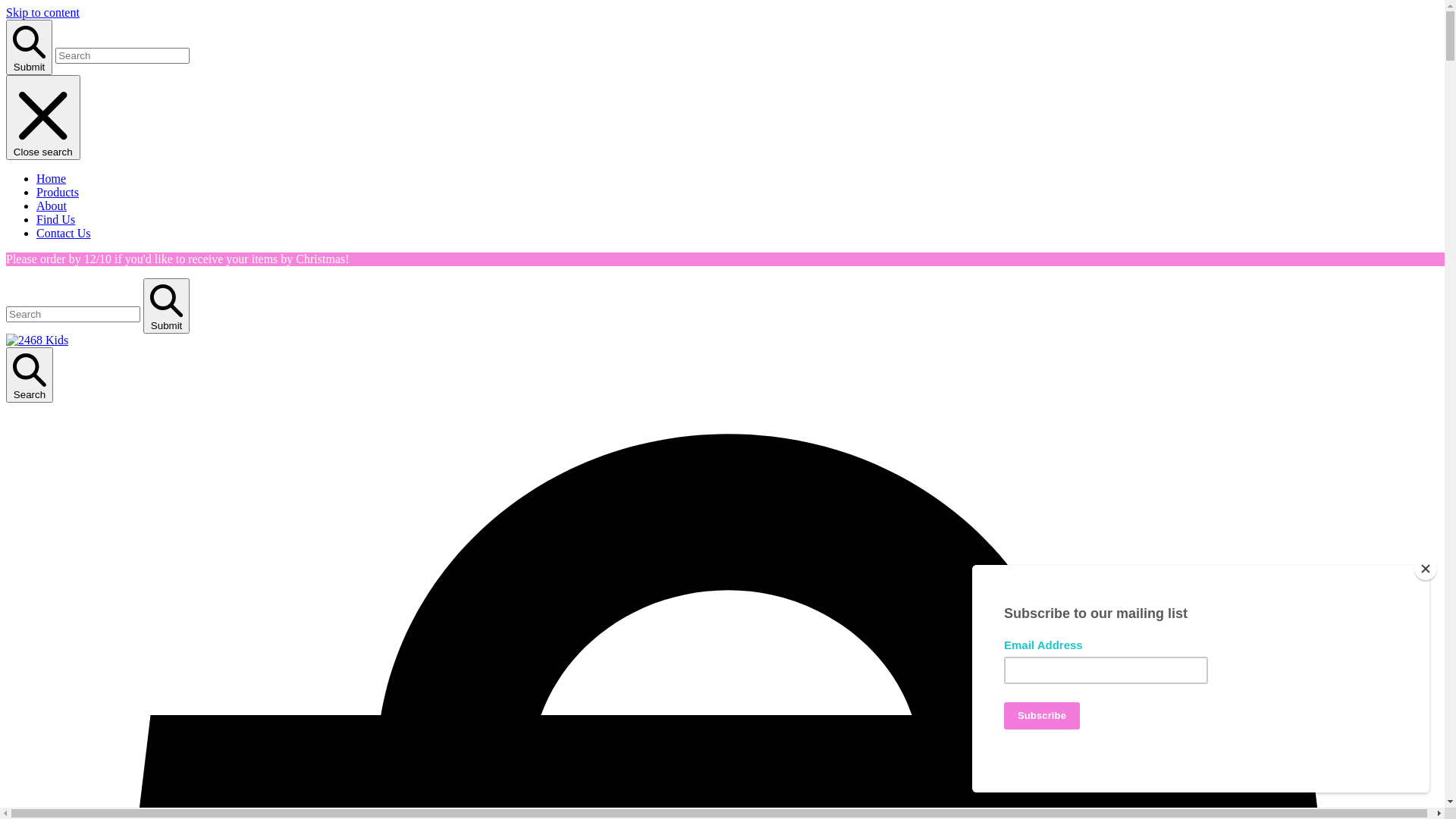  Describe the element at coordinates (58, 191) in the screenshot. I see `'Products'` at that location.